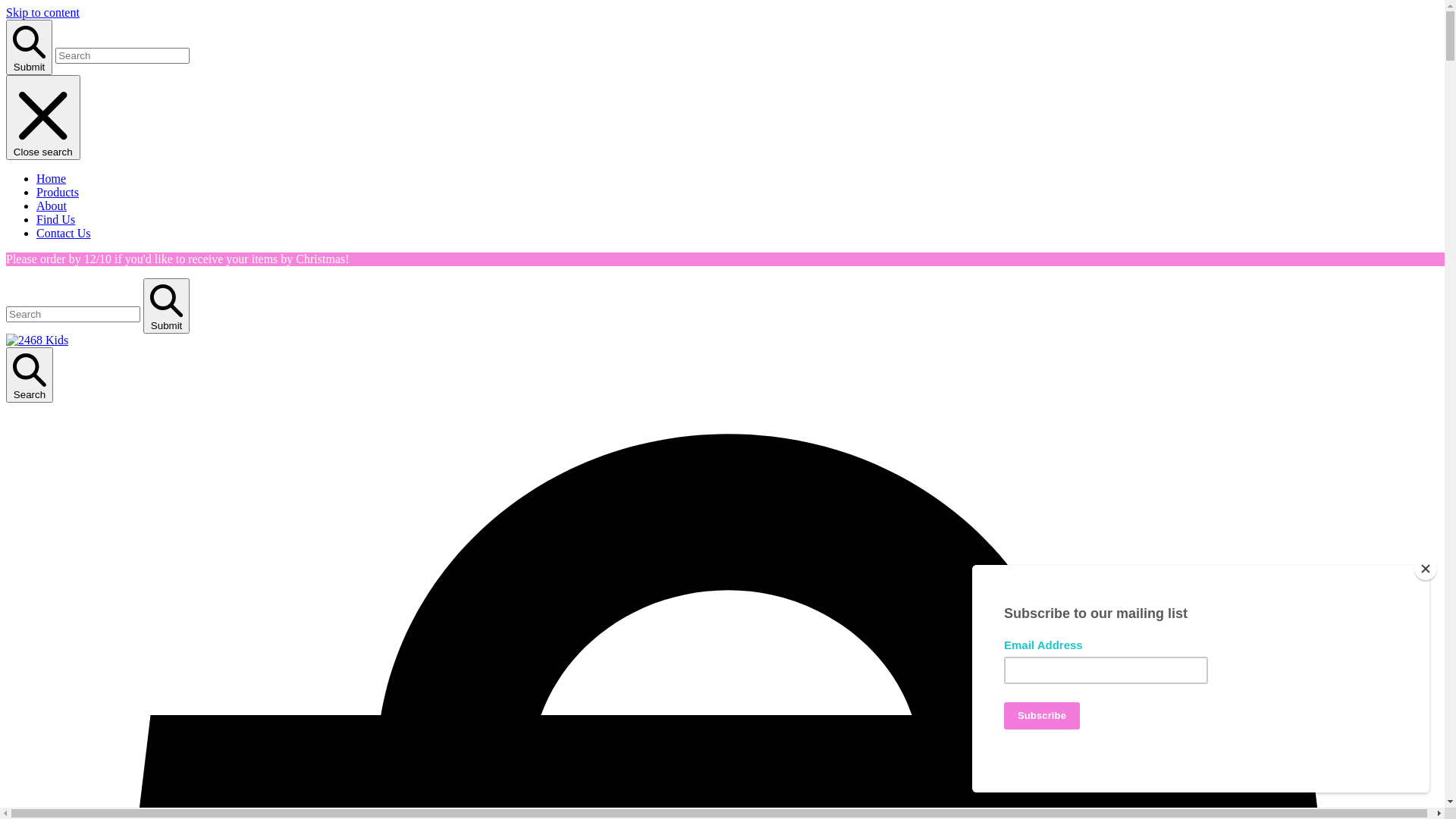  Describe the element at coordinates (58, 191) in the screenshot. I see `'Products'` at that location.